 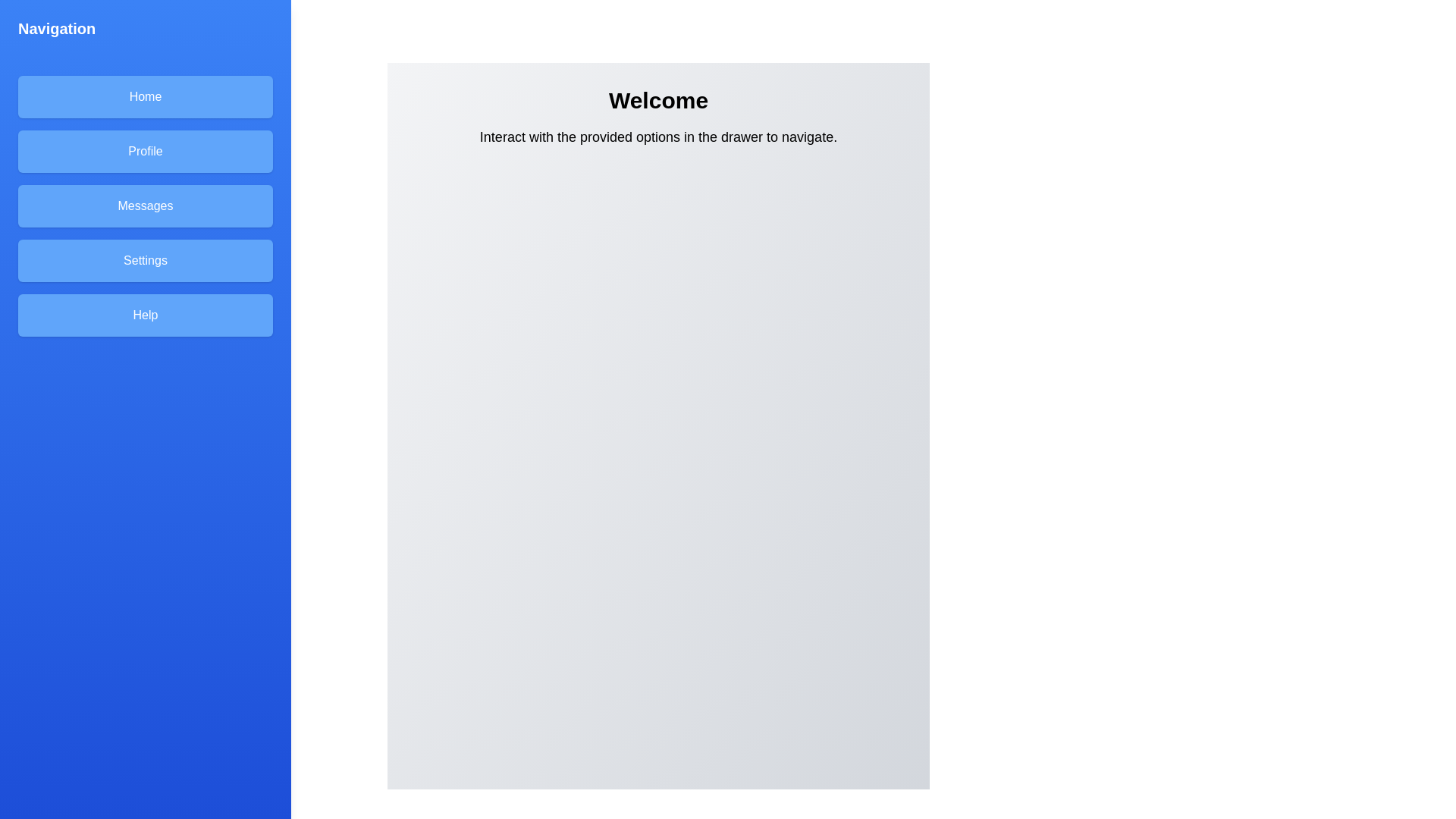 What do you see at coordinates (146, 259) in the screenshot?
I see `the Settings in the navigation drawer to navigate` at bounding box center [146, 259].